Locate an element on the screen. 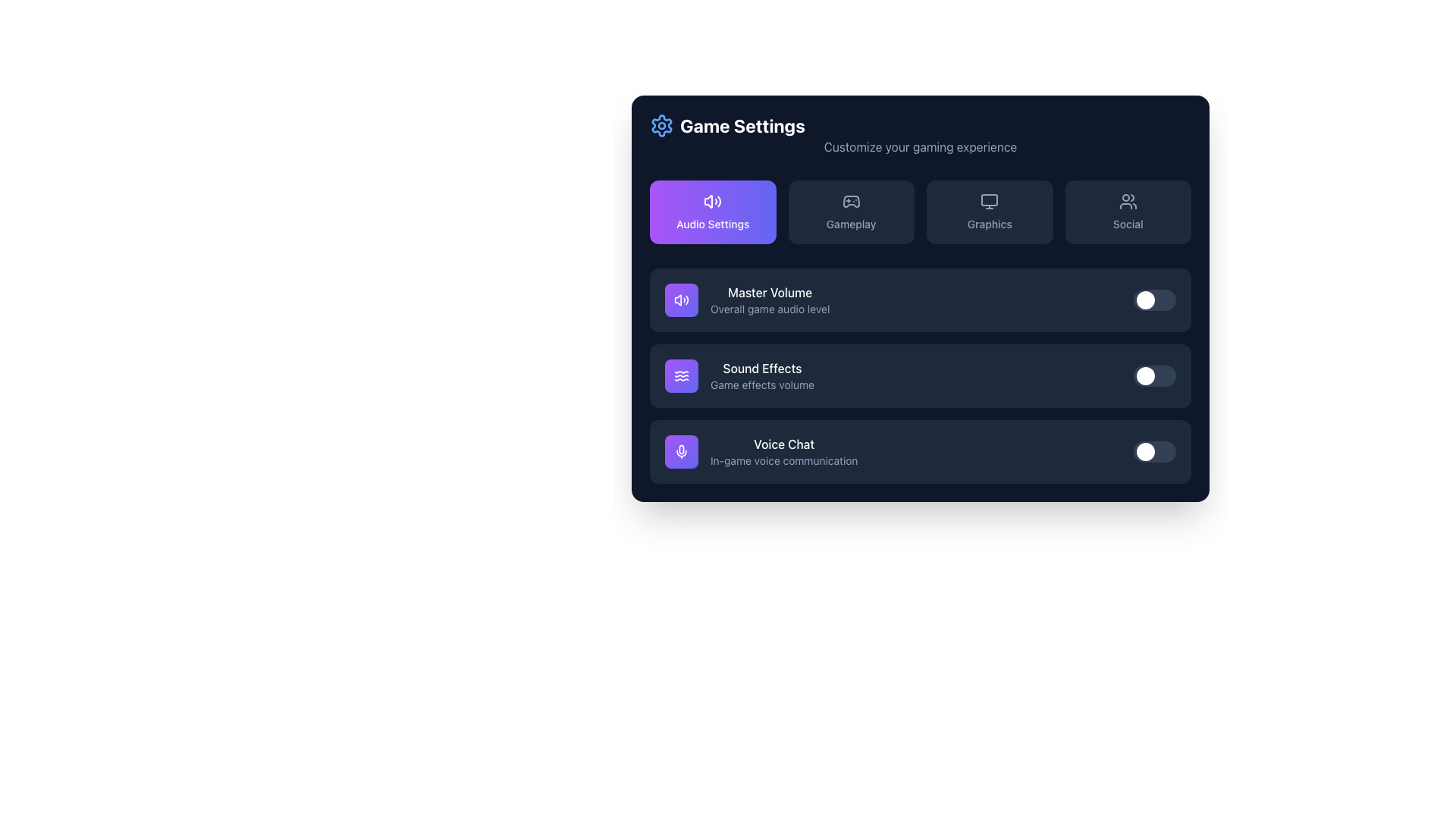 This screenshot has width=1456, height=819. the static descriptive text labeled 'Game effects volume', which is located under the 'Sound Effects' title in the same section box is located at coordinates (762, 384).